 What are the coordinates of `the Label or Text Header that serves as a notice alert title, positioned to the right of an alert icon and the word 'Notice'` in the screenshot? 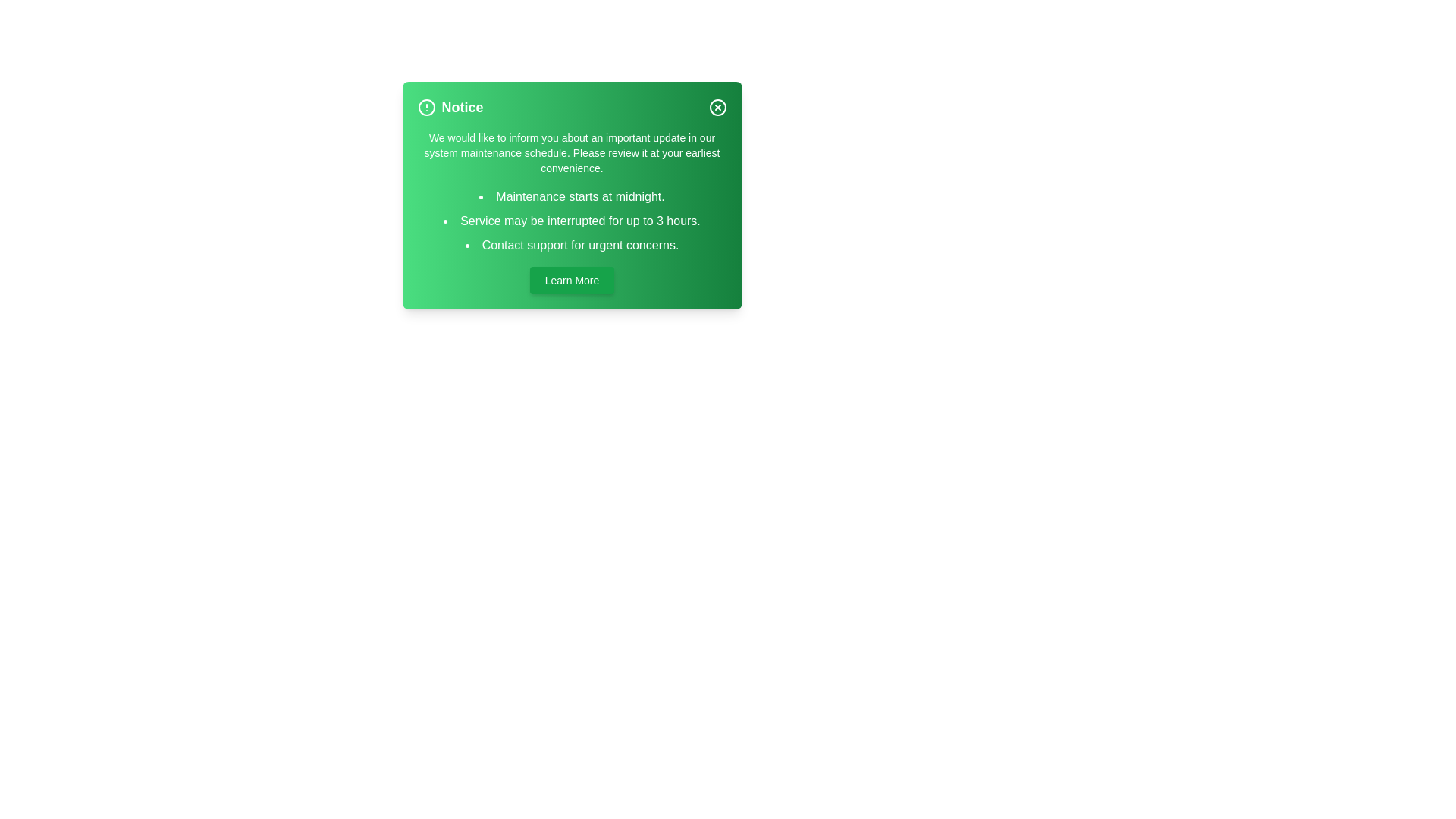 It's located at (450, 107).